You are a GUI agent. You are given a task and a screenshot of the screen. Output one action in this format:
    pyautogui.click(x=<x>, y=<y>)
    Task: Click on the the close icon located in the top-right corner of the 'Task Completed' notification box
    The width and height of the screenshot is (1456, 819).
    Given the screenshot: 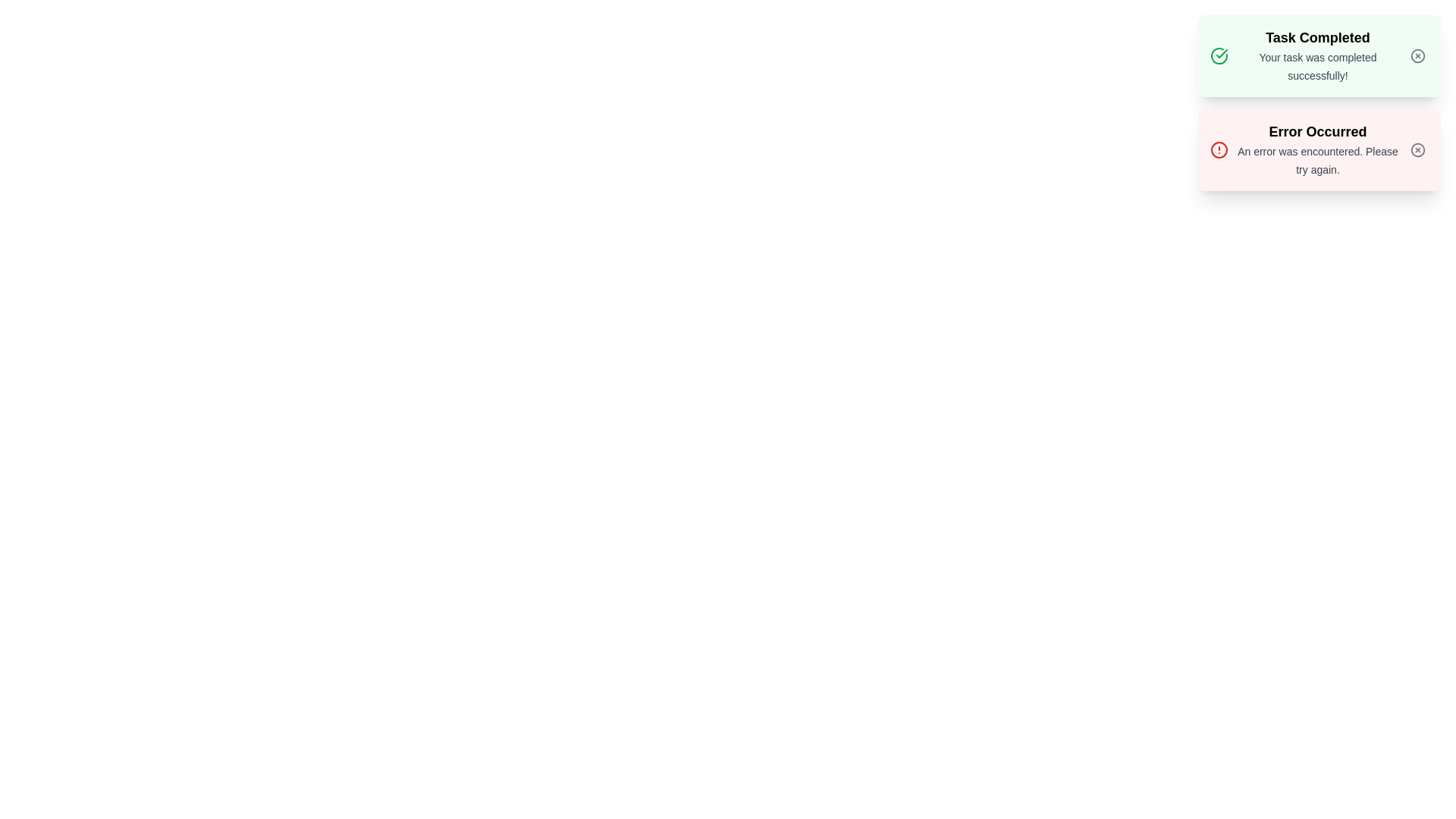 What is the action you would take?
    pyautogui.click(x=1417, y=55)
    